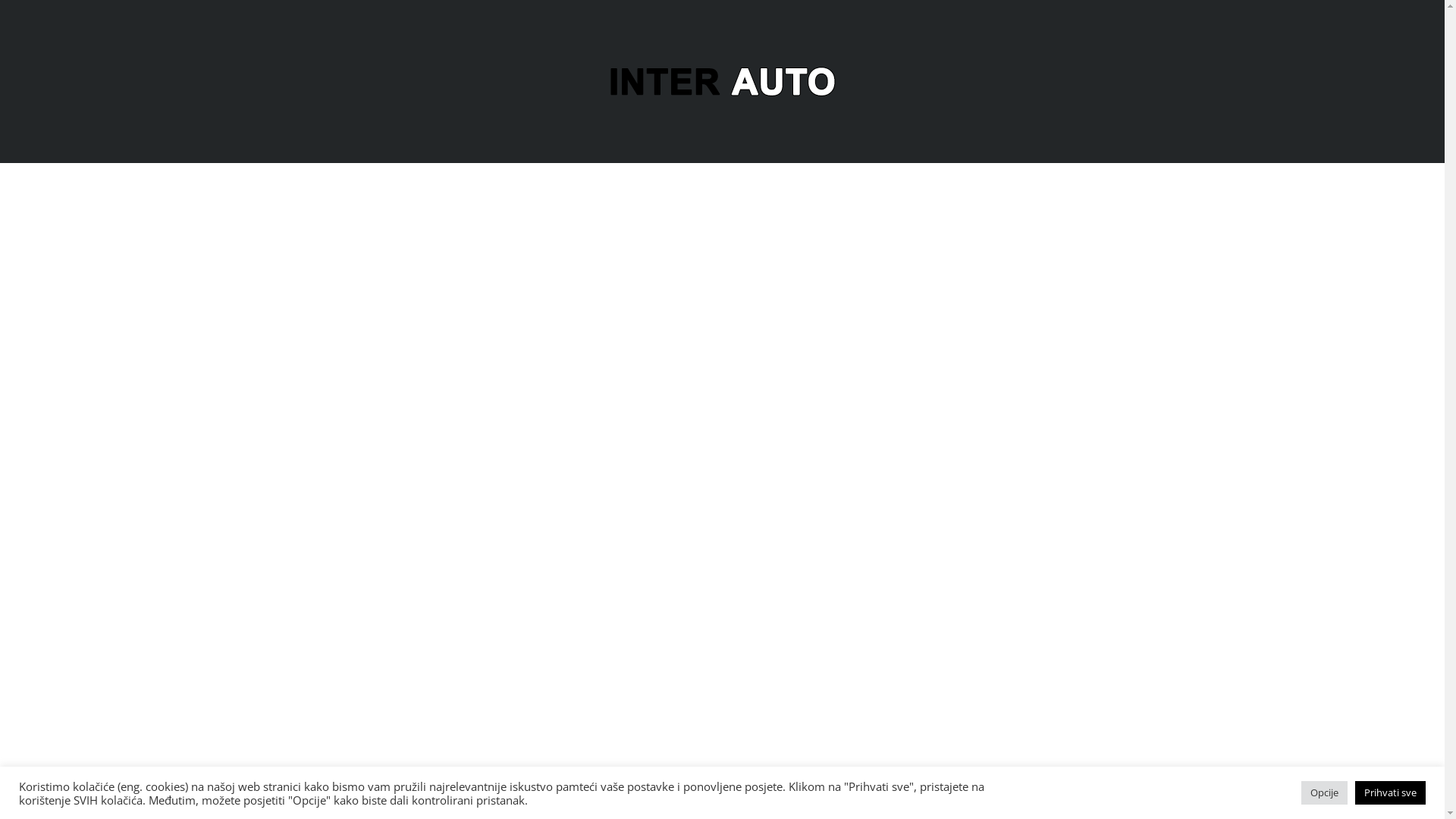 This screenshot has width=1456, height=819. I want to click on 'Opcije', so click(1323, 792).